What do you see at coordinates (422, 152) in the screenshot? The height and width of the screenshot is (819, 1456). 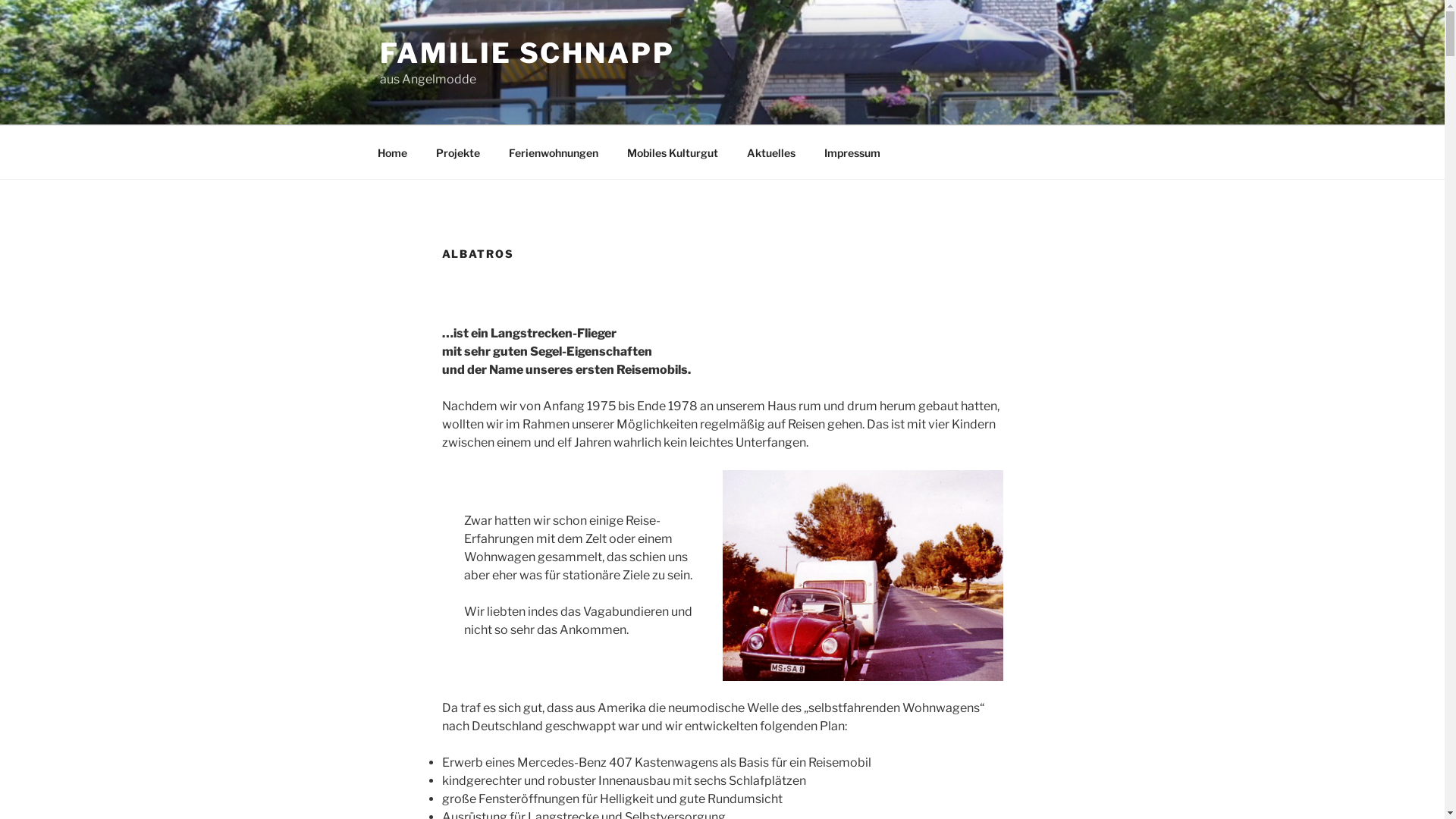 I see `'Projekte'` at bounding box center [422, 152].